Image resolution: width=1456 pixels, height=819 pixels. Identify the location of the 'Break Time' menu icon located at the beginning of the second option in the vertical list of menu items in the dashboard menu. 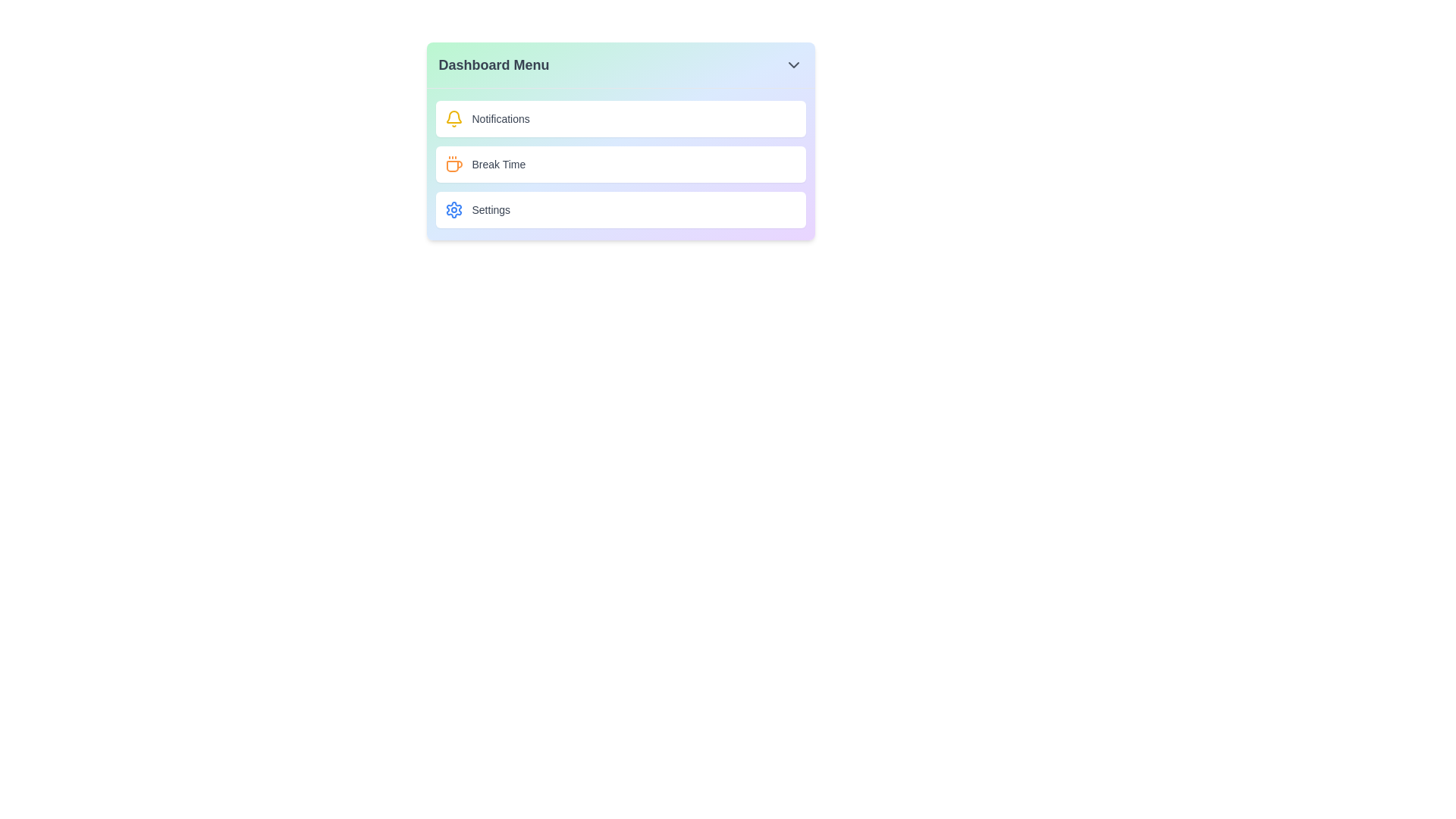
(453, 164).